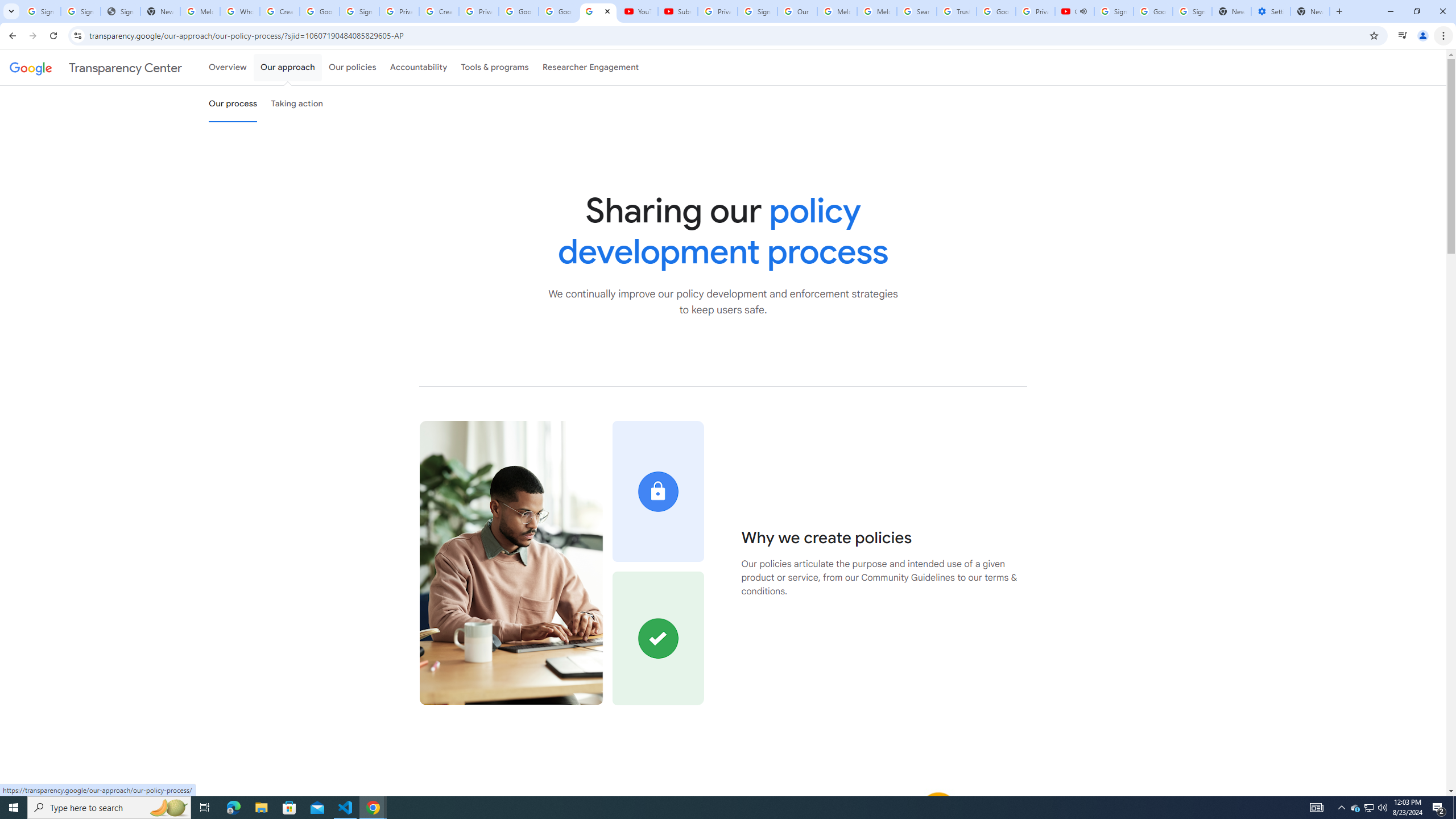  Describe the element at coordinates (677, 11) in the screenshot. I see `'Subscriptions - YouTube'` at that location.